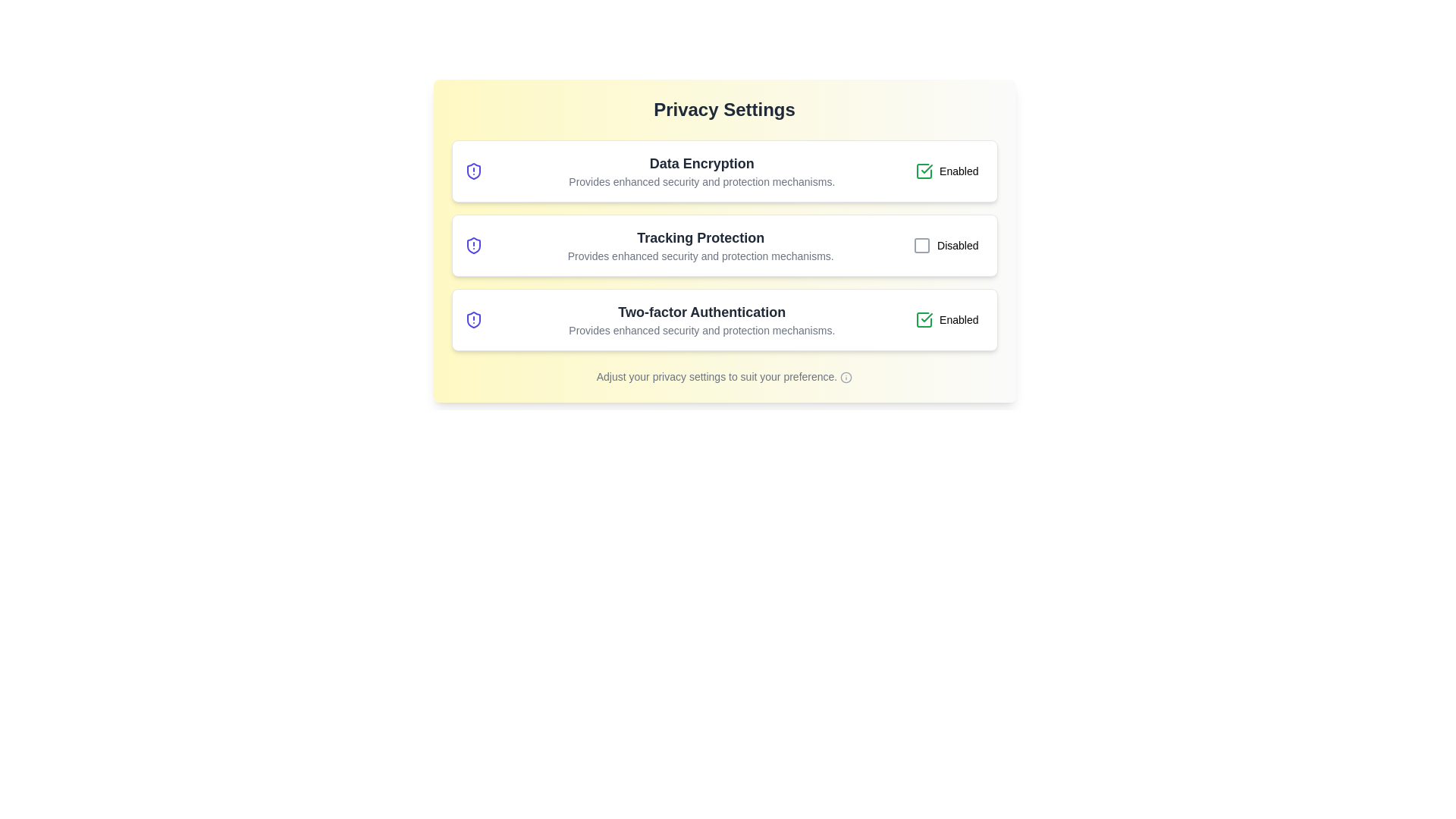 This screenshot has height=819, width=1456. What do you see at coordinates (957, 245) in the screenshot?
I see `the 'Tracking Protection' status indicator text label, which denotes its disabled state, located to the right of the checkbox icon in the privacy settings section` at bounding box center [957, 245].